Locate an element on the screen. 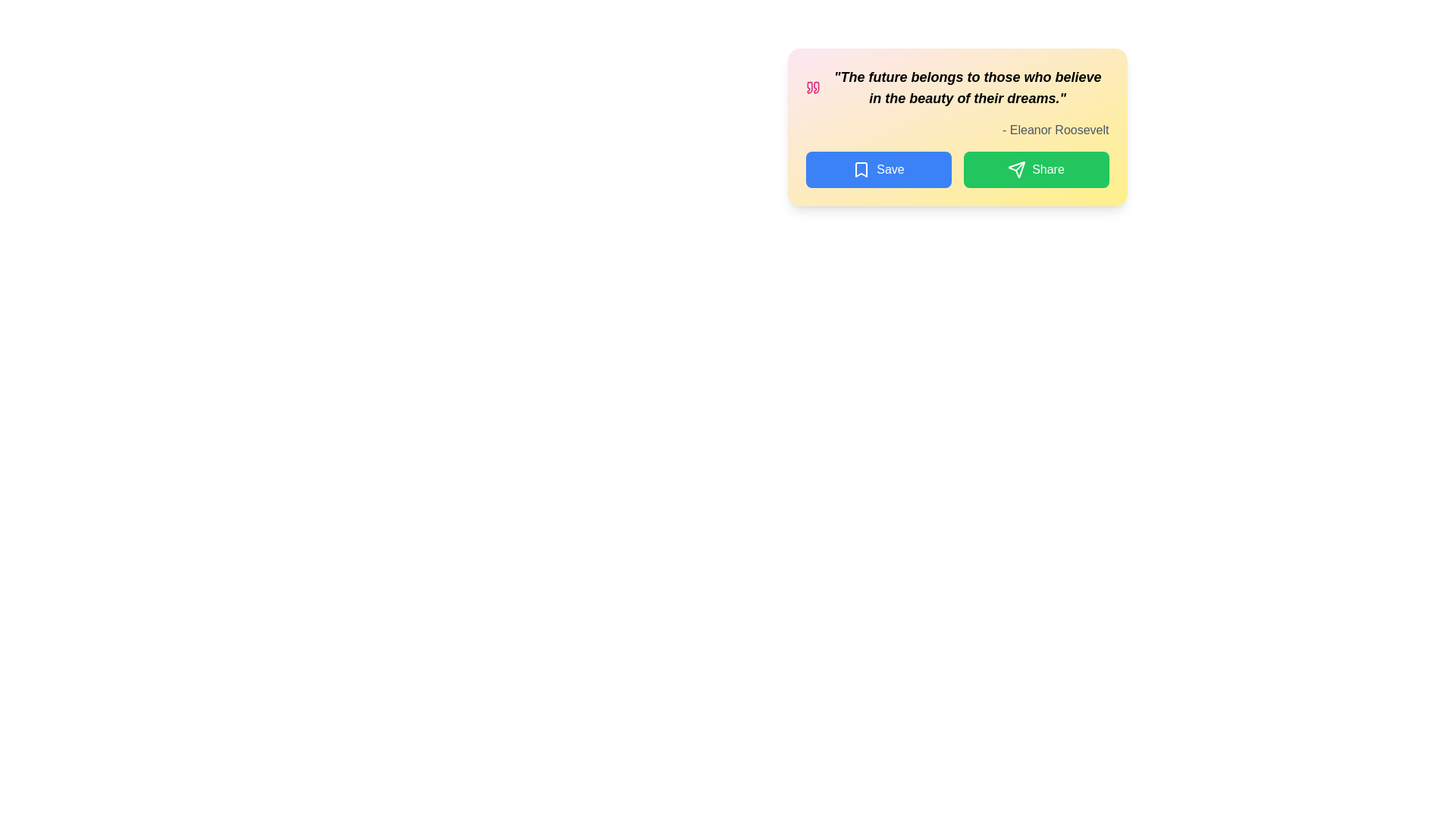  the minimalist triangular 'send' icon located inside the green rounded rectangular 'Share' button, positioned to the left of the label 'Share' is located at coordinates (1017, 169).